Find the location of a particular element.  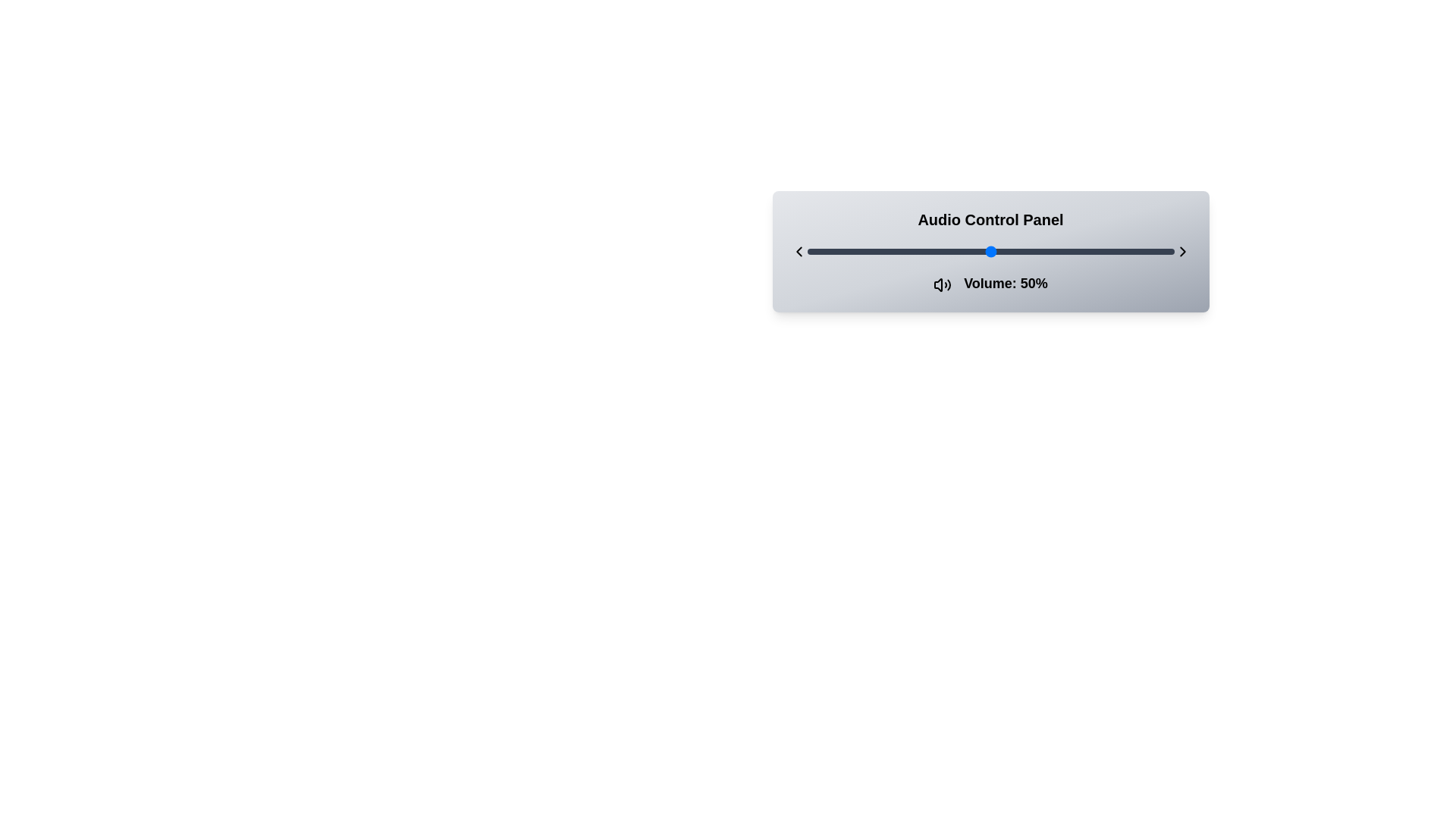

the slider is located at coordinates (979, 250).